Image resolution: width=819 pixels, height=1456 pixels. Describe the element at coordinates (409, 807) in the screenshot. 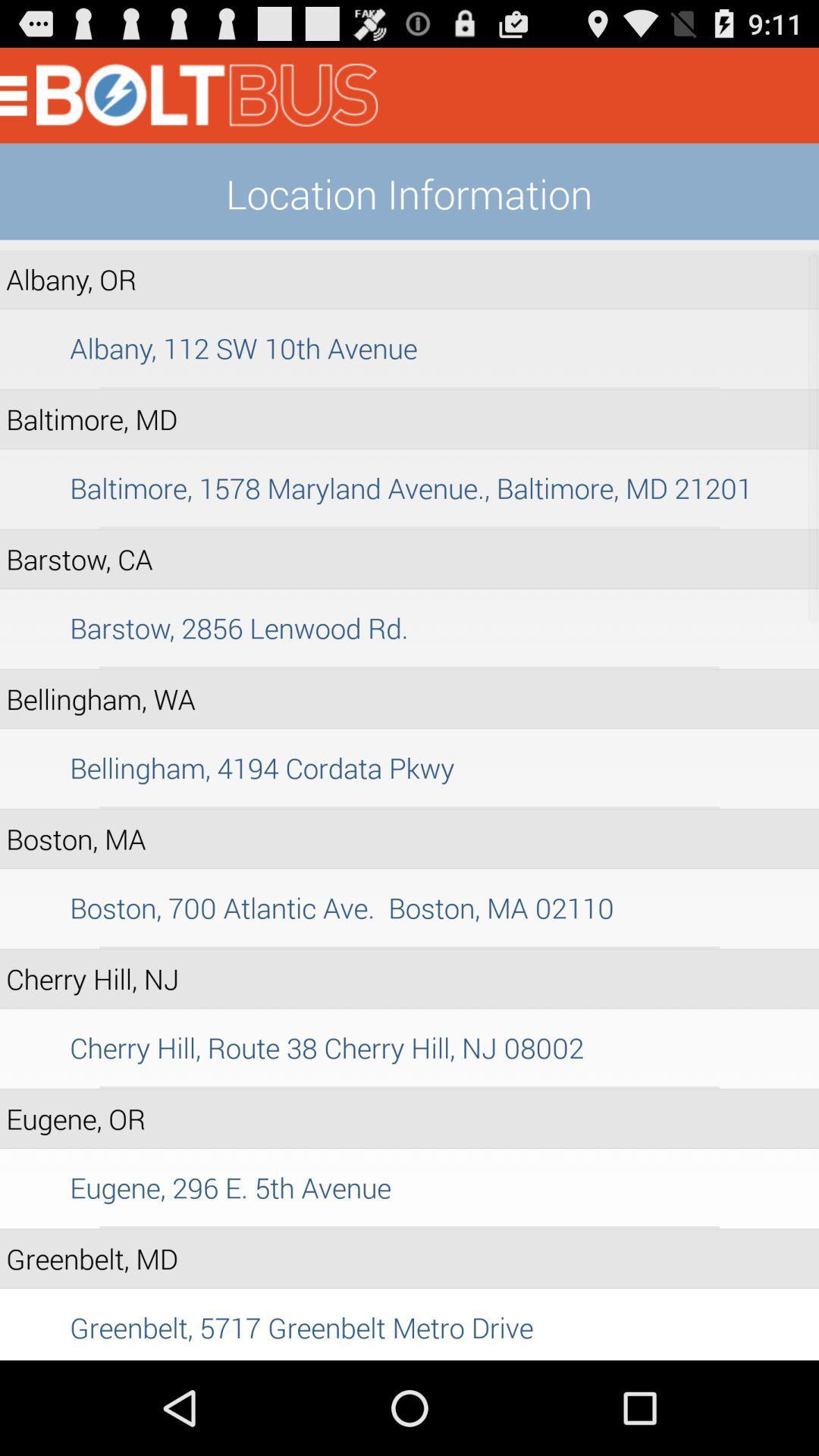

I see `the icon below bellingham 4194 cordata item` at that location.